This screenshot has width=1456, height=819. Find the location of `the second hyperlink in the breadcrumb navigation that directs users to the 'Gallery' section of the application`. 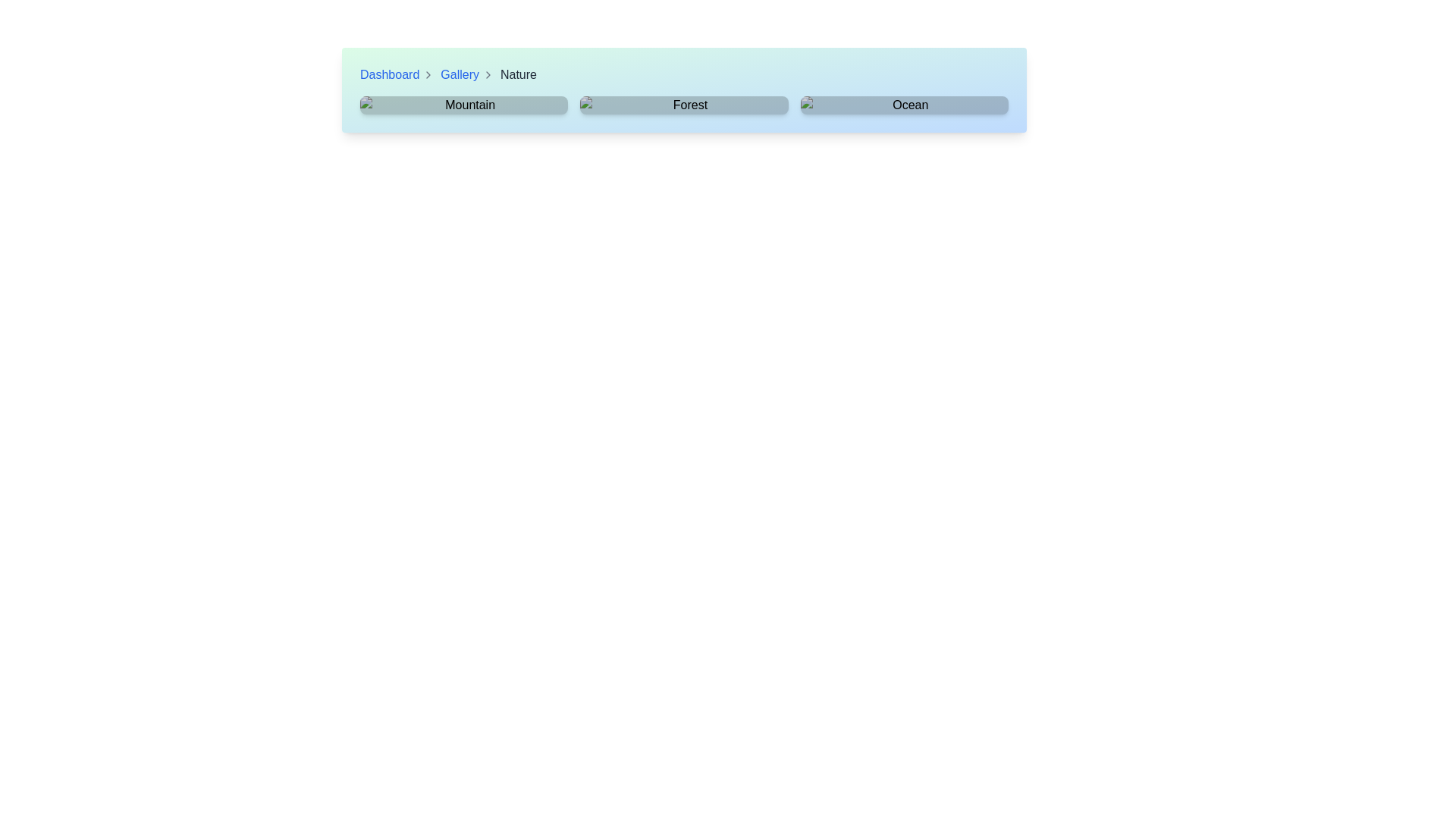

the second hyperlink in the breadcrumb navigation that directs users to the 'Gallery' section of the application is located at coordinates (459, 75).